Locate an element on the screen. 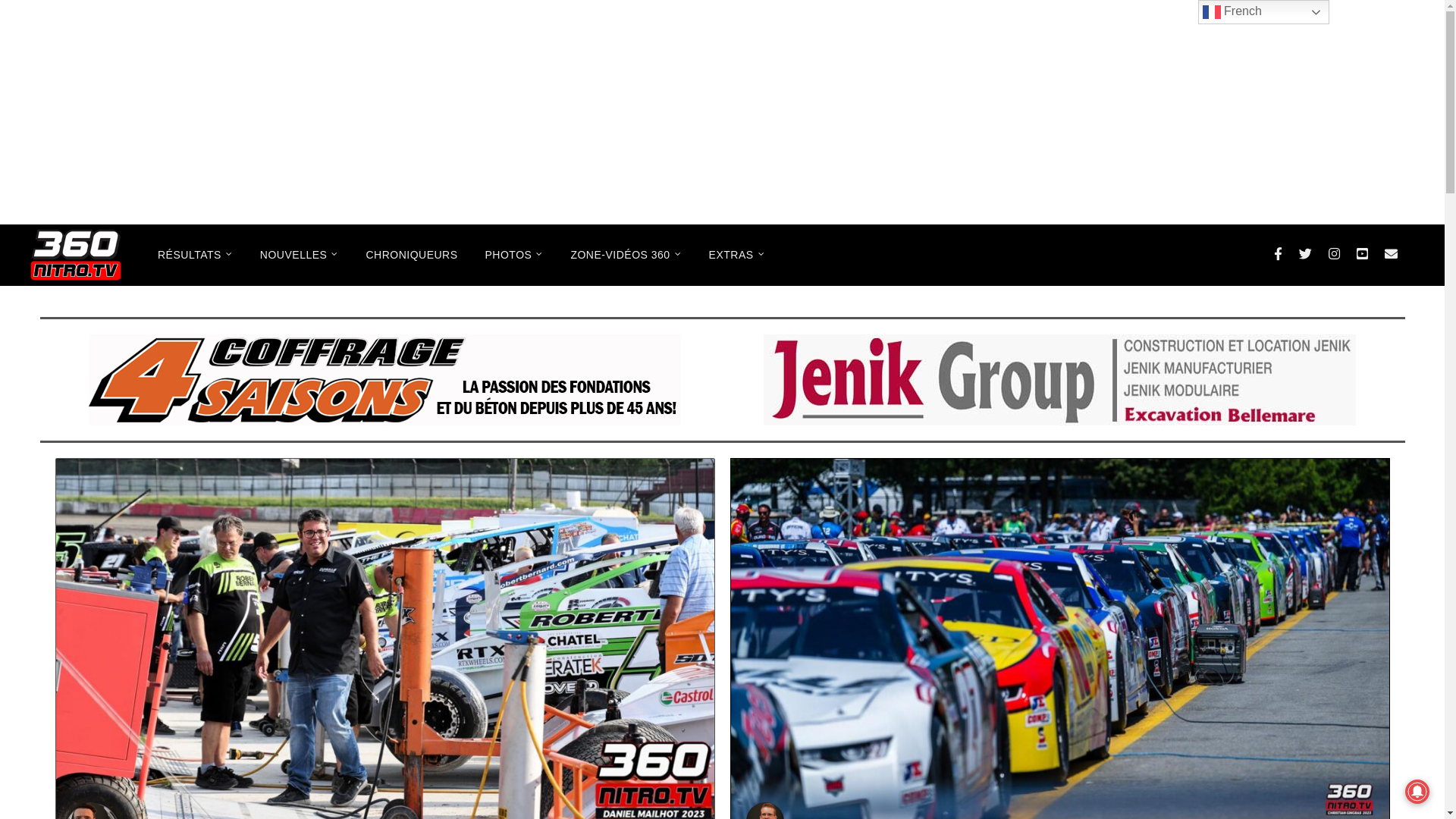 The height and width of the screenshot is (819, 1456). 'CHRONIQUEURS' is located at coordinates (411, 253).